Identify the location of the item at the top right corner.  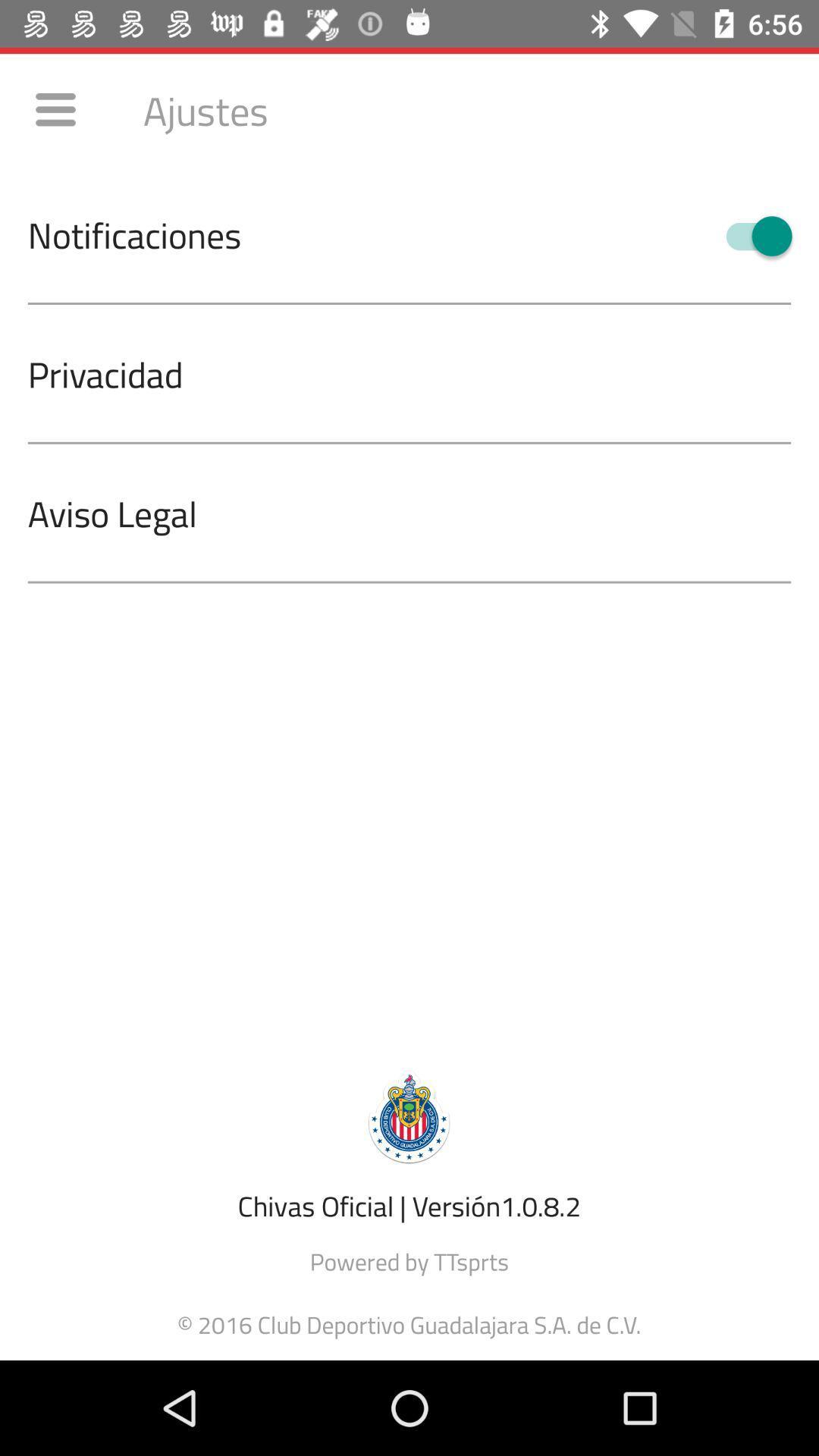
(752, 235).